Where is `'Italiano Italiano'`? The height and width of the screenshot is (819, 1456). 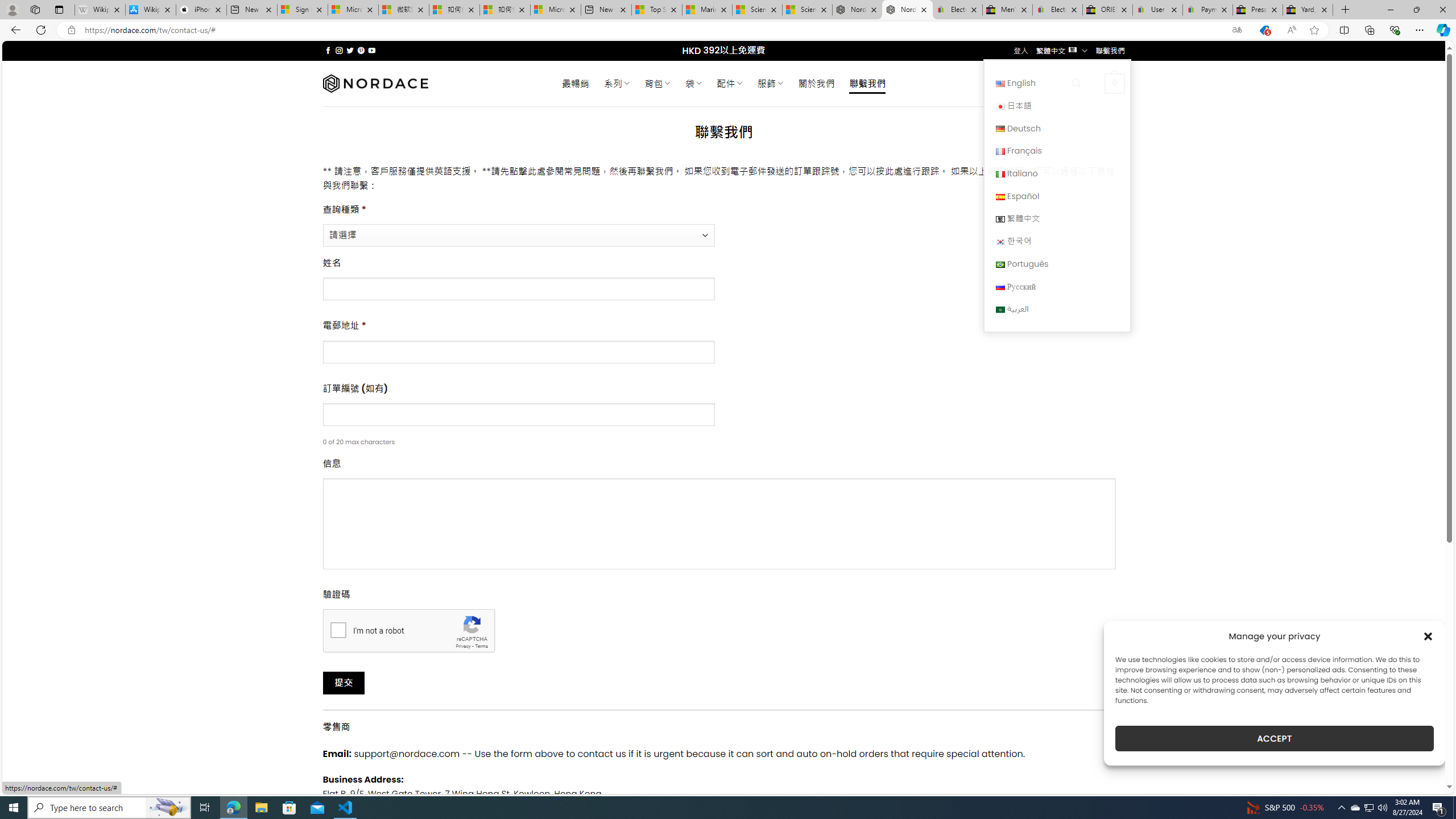 'Italiano Italiano' is located at coordinates (1057, 172).